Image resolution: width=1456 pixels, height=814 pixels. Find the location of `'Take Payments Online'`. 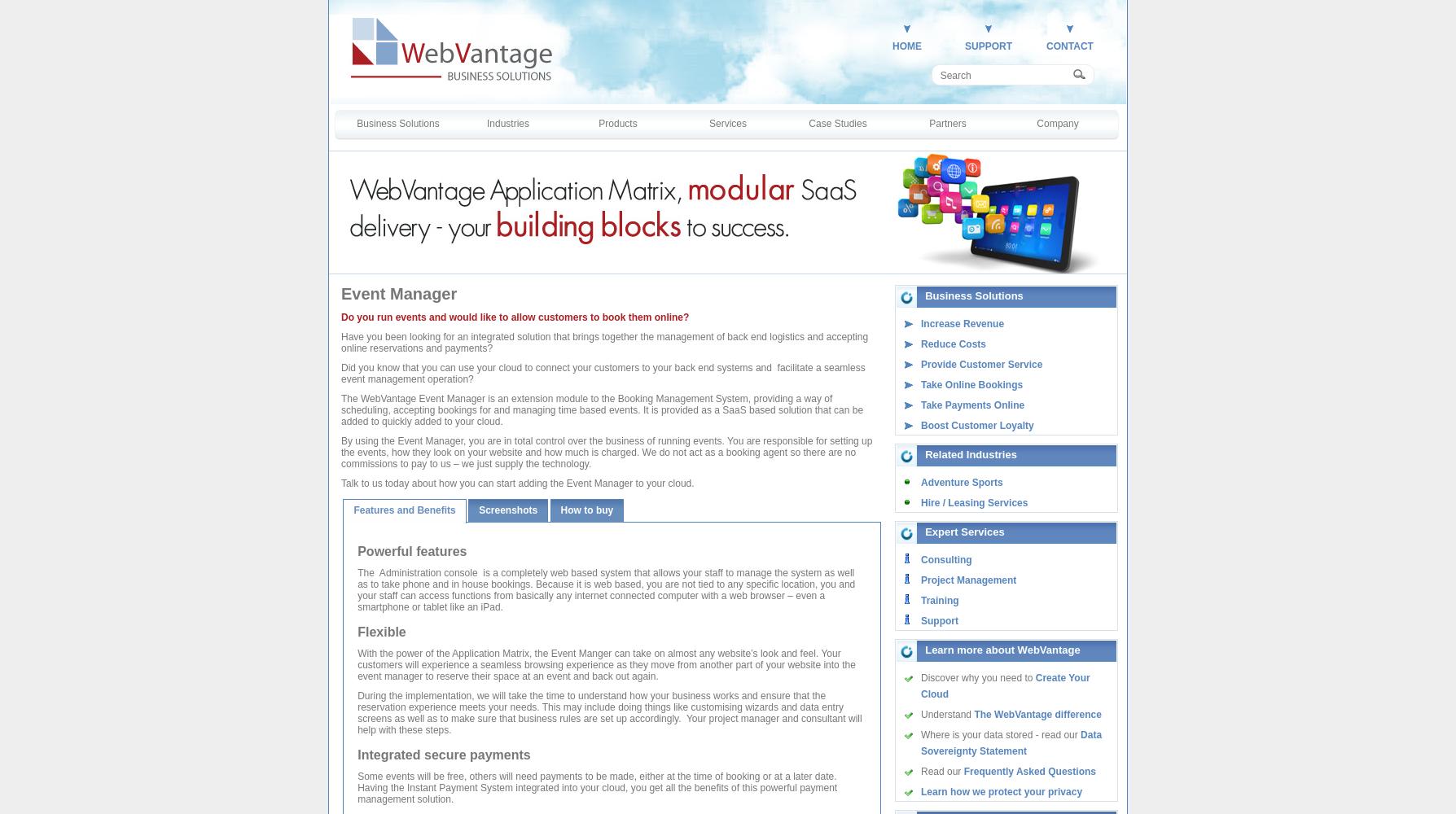

'Take Payments Online' is located at coordinates (971, 405).